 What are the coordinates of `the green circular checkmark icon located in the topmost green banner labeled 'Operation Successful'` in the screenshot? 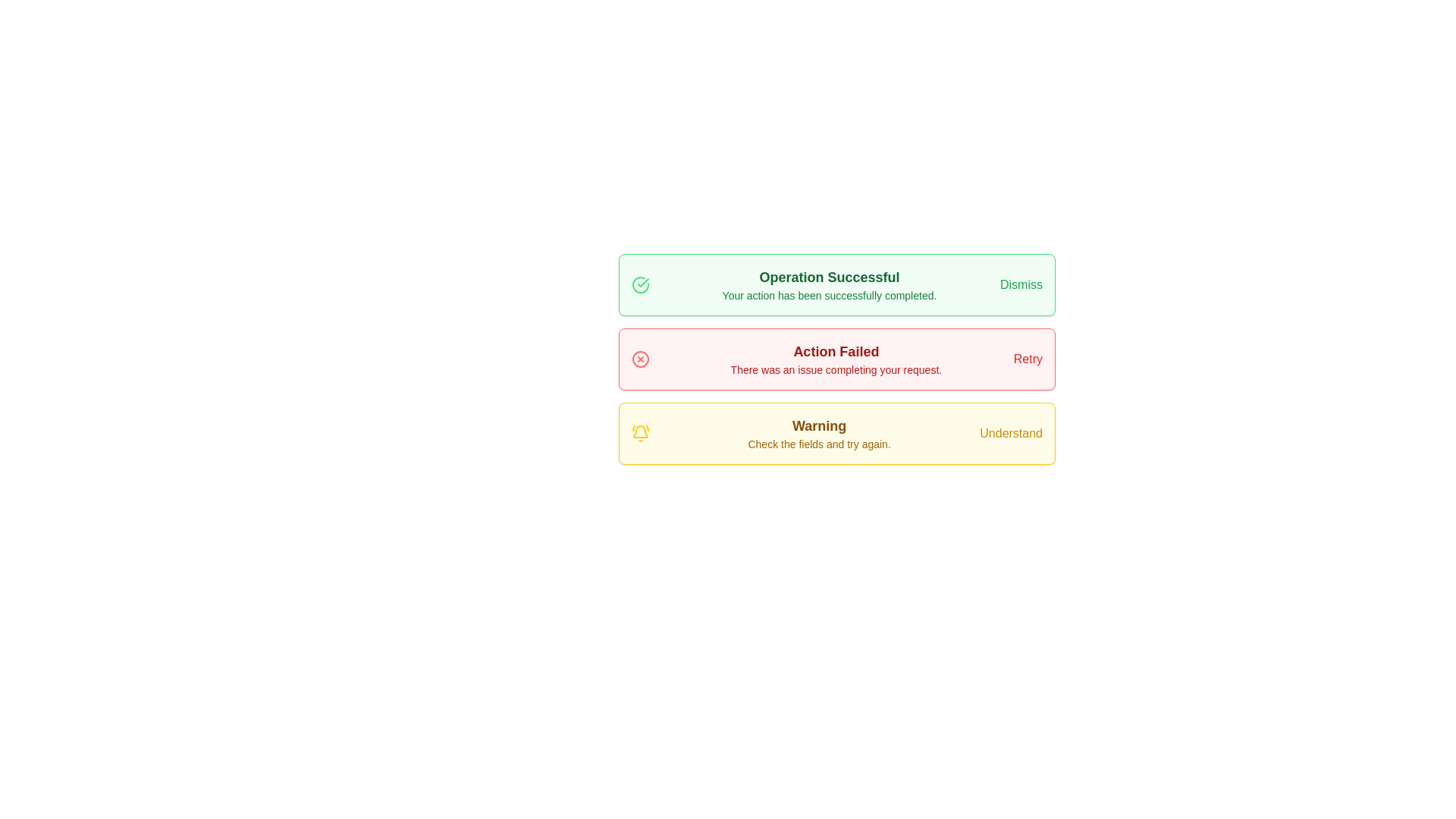 It's located at (640, 284).